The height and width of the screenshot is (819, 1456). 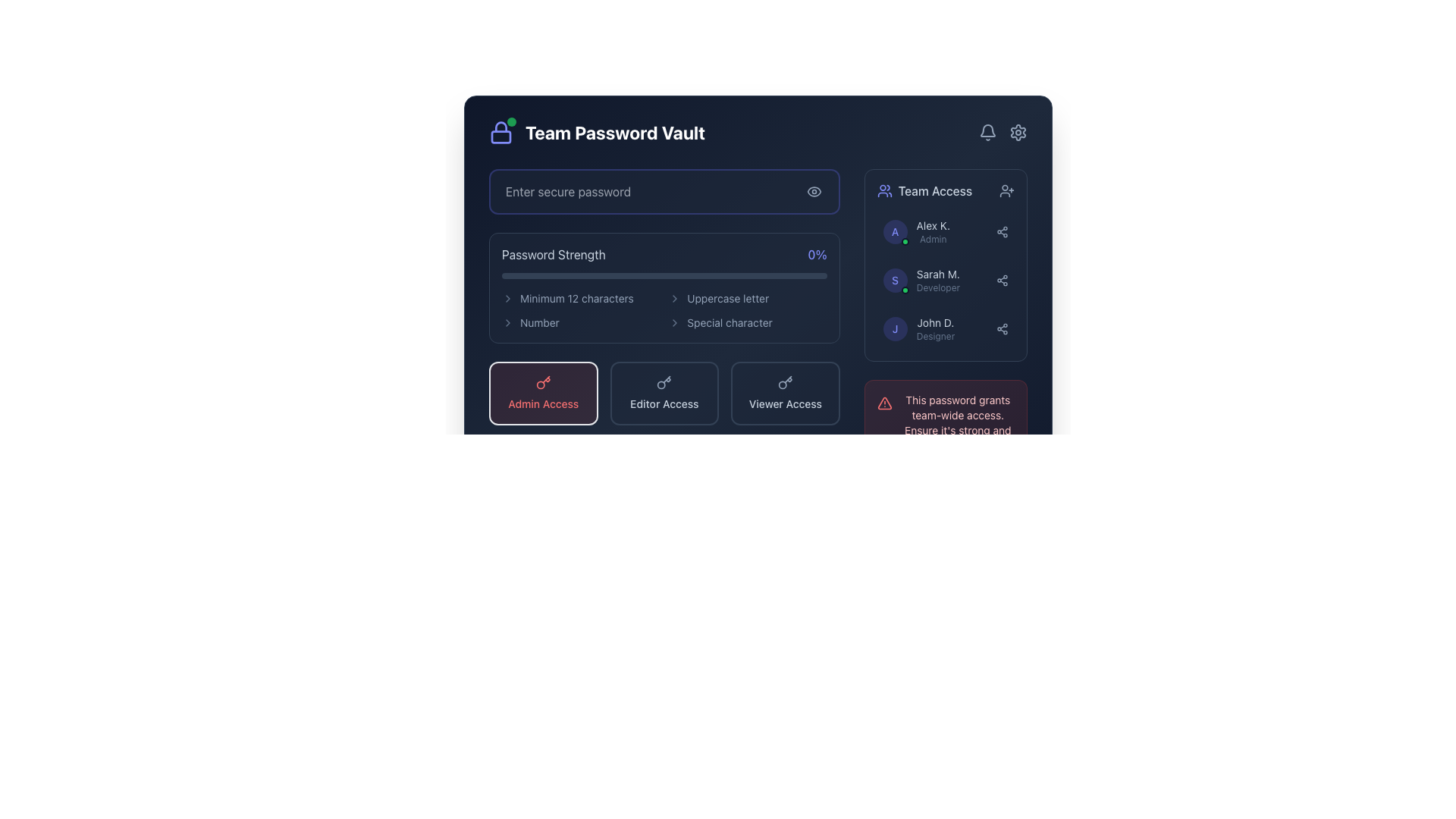 I want to click on the informational text label indicating a password requirement of having a minimum of 12 characters, located below 'Password Strength' and adjacent to a chevron icon, so click(x=576, y=298).